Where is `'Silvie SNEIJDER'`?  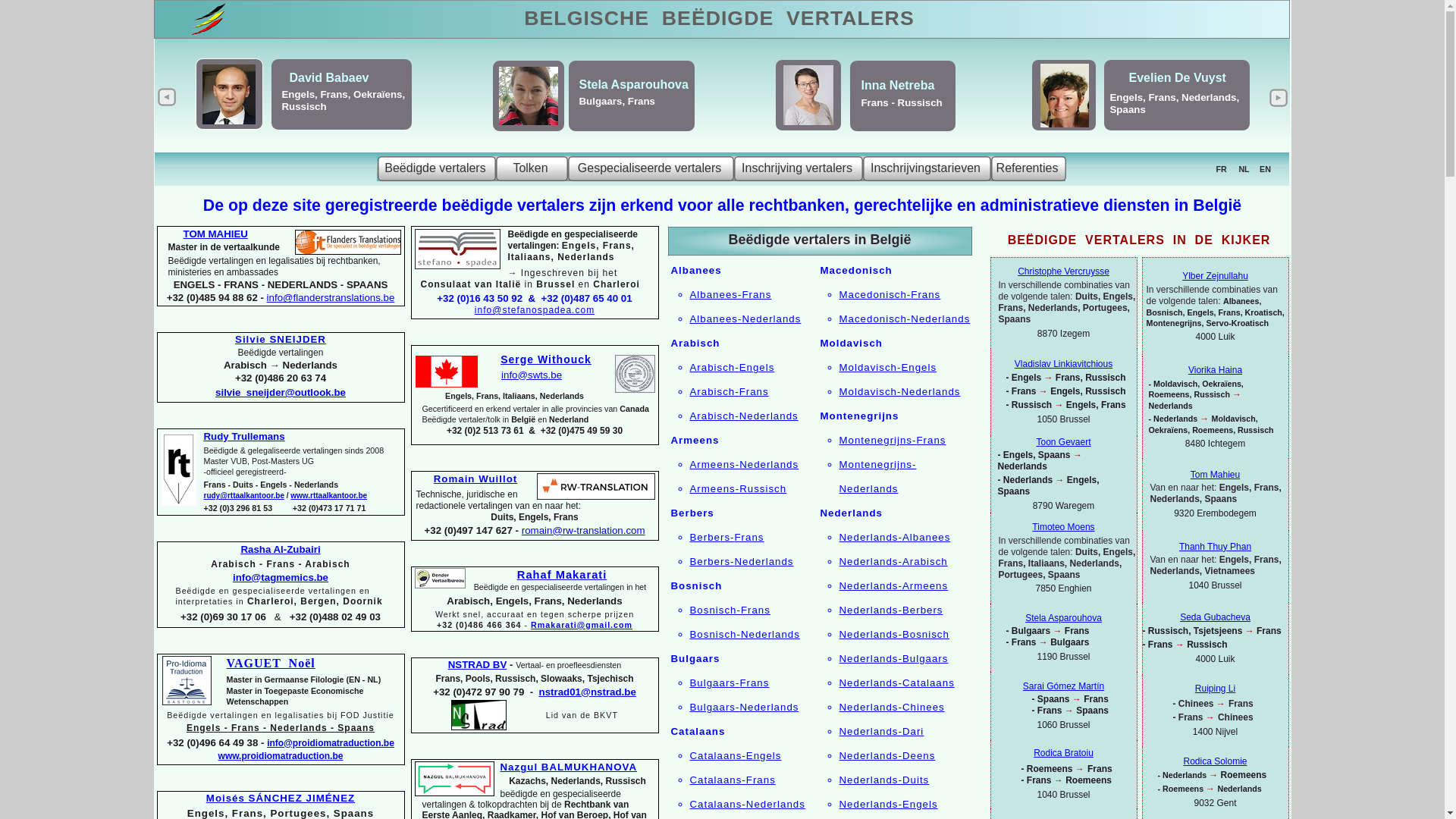
'Silvie SNEIJDER' is located at coordinates (234, 338).